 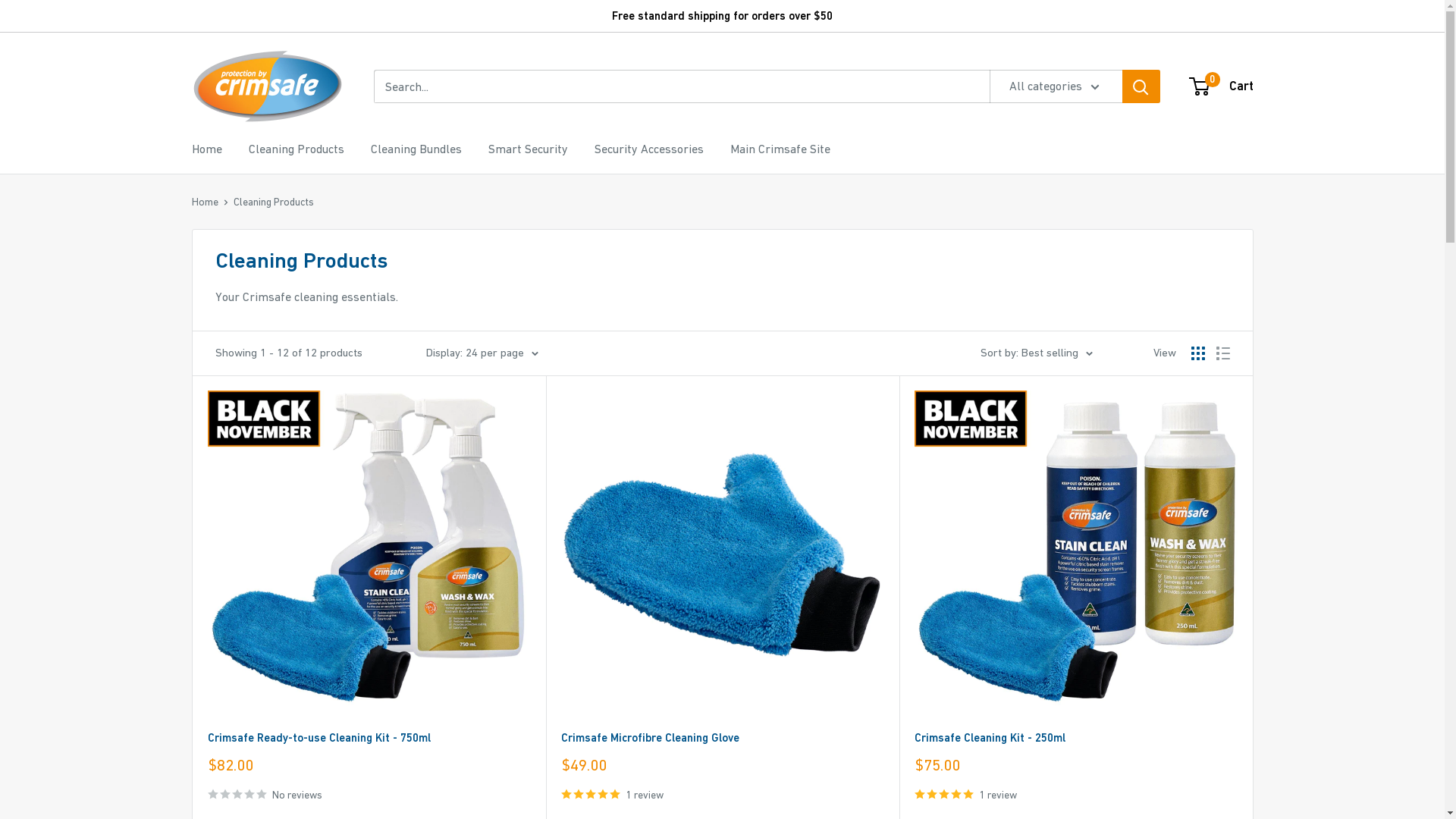 What do you see at coordinates (722, 736) in the screenshot?
I see `'Crimsafe Microfibre Cleaning Glove'` at bounding box center [722, 736].